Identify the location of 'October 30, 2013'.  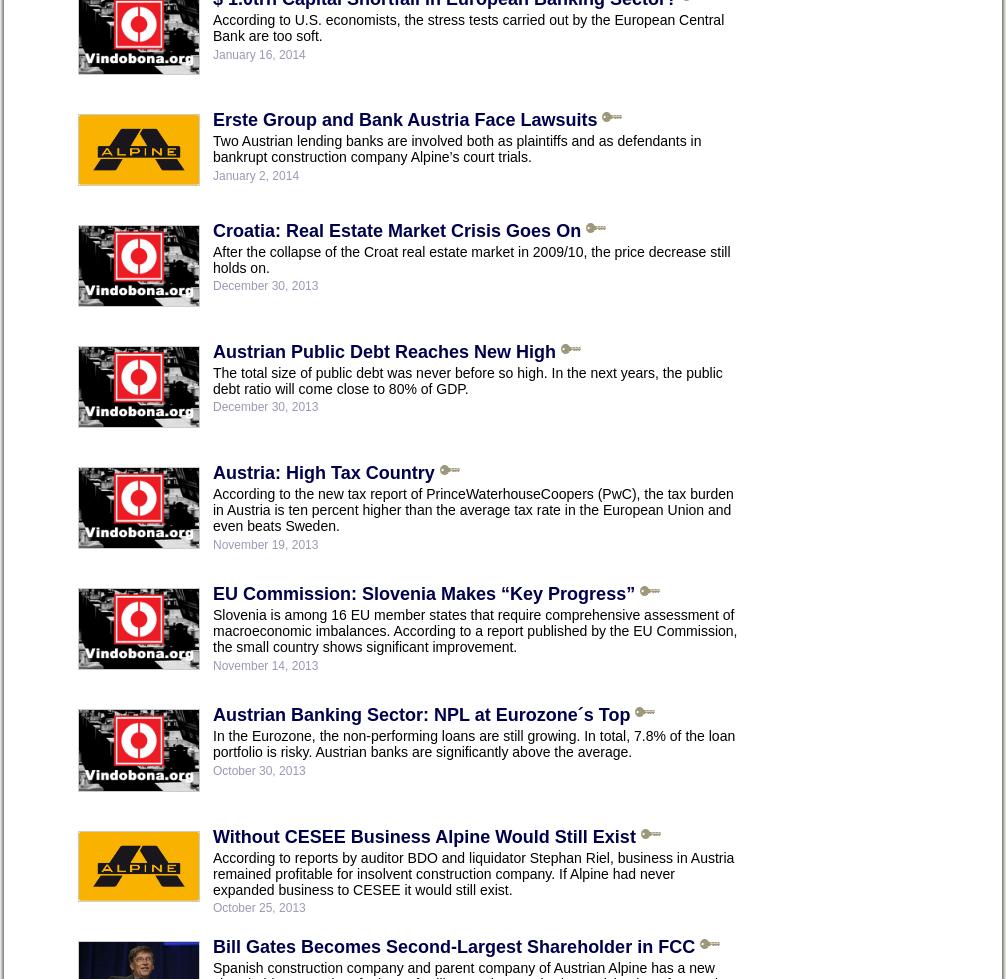
(258, 769).